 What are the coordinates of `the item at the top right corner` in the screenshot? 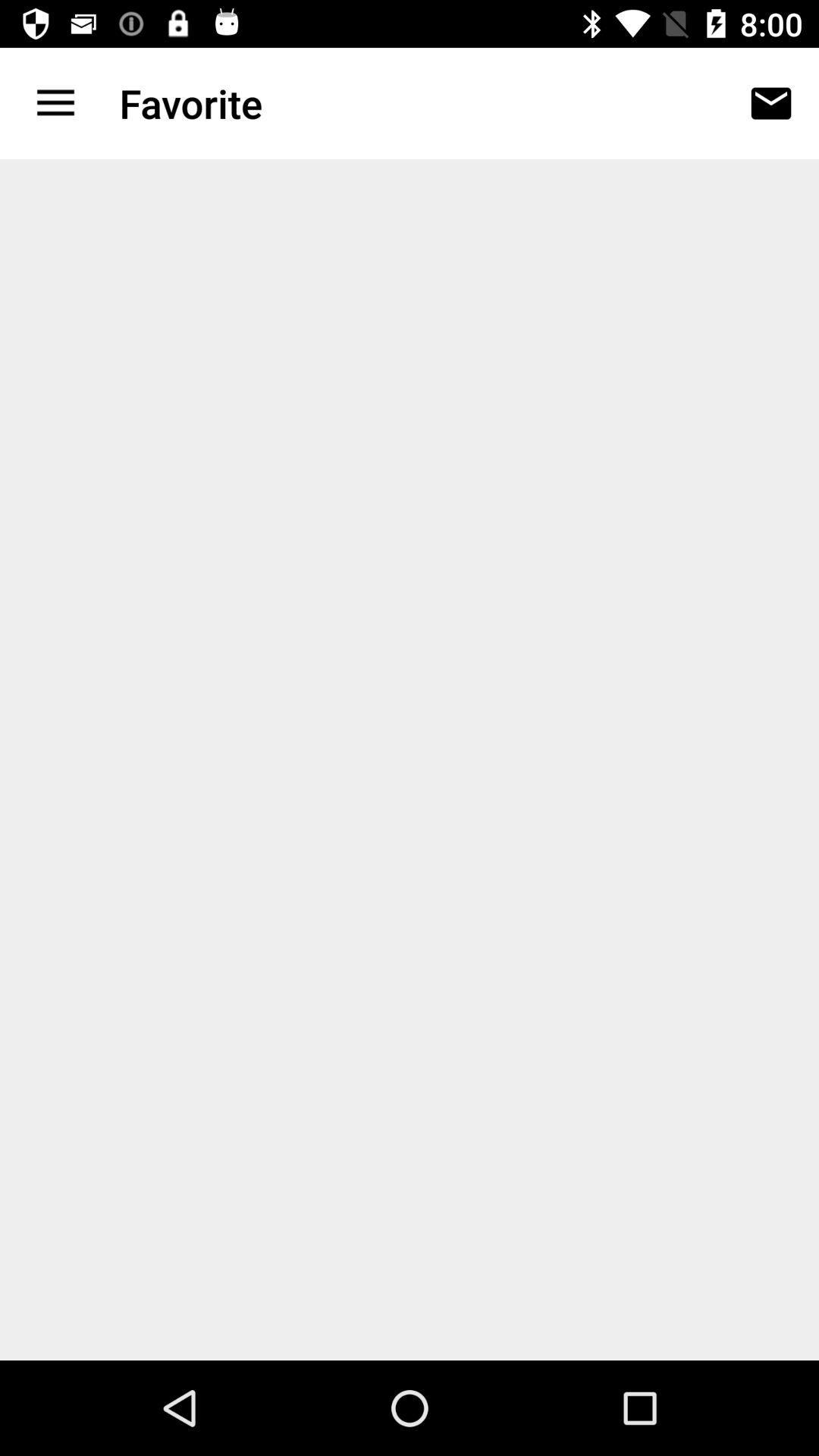 It's located at (771, 102).